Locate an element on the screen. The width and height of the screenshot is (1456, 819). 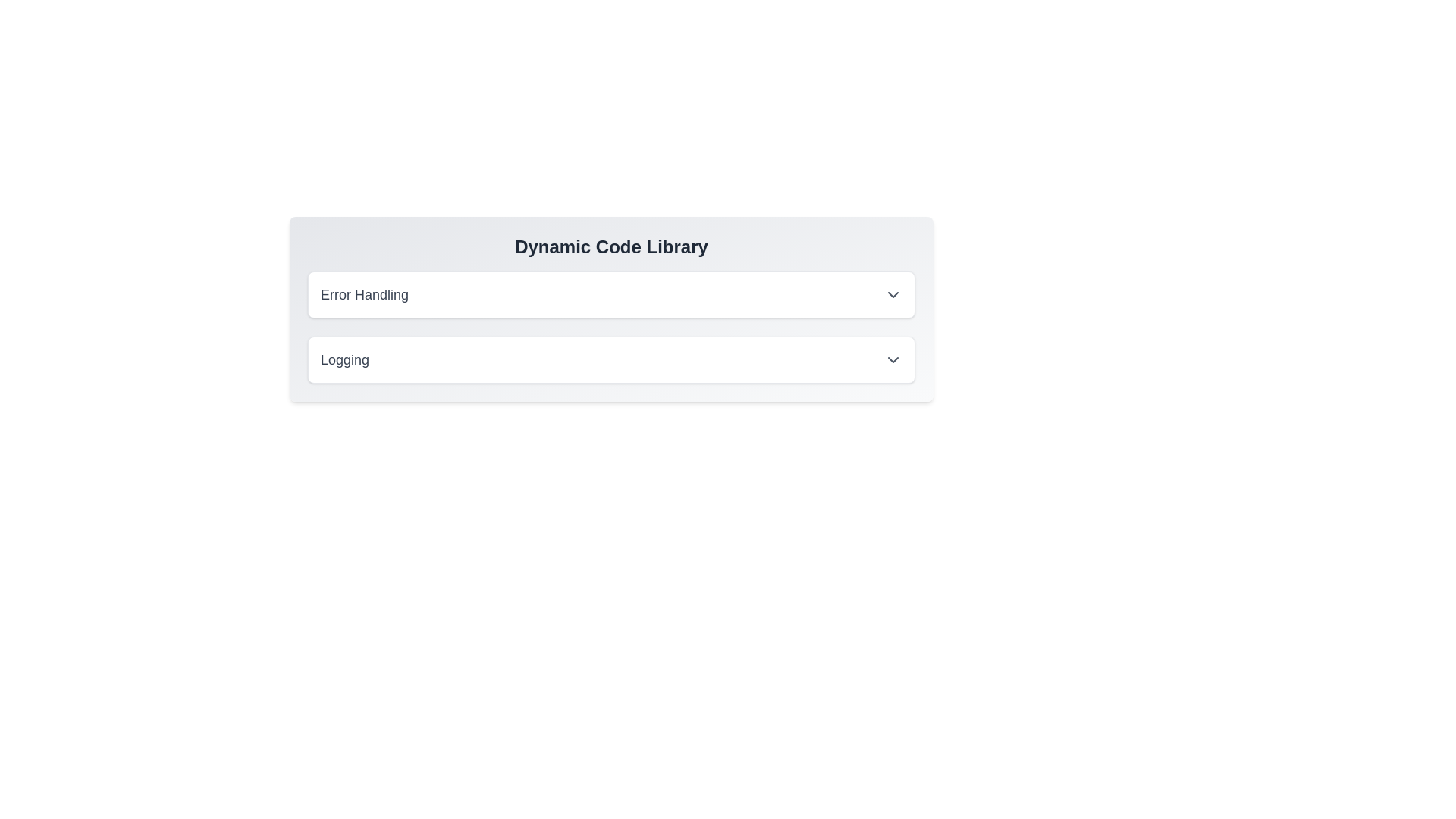
the Dropdown indicator icon located at the far-right end of the row containing the 'Logging' label is located at coordinates (893, 359).